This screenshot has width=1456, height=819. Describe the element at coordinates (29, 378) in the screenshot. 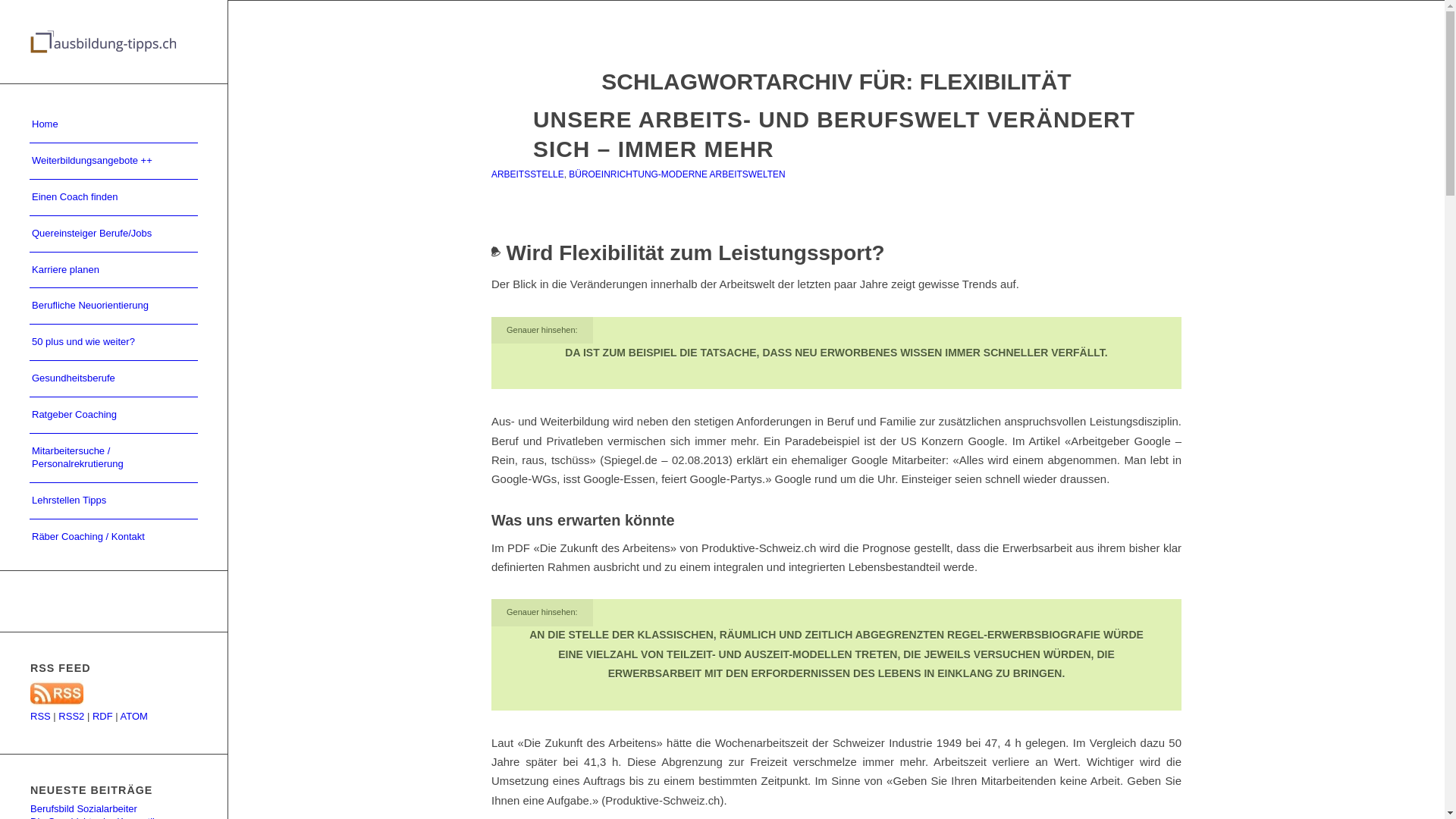

I see `'Gesundheitsberufe'` at that location.